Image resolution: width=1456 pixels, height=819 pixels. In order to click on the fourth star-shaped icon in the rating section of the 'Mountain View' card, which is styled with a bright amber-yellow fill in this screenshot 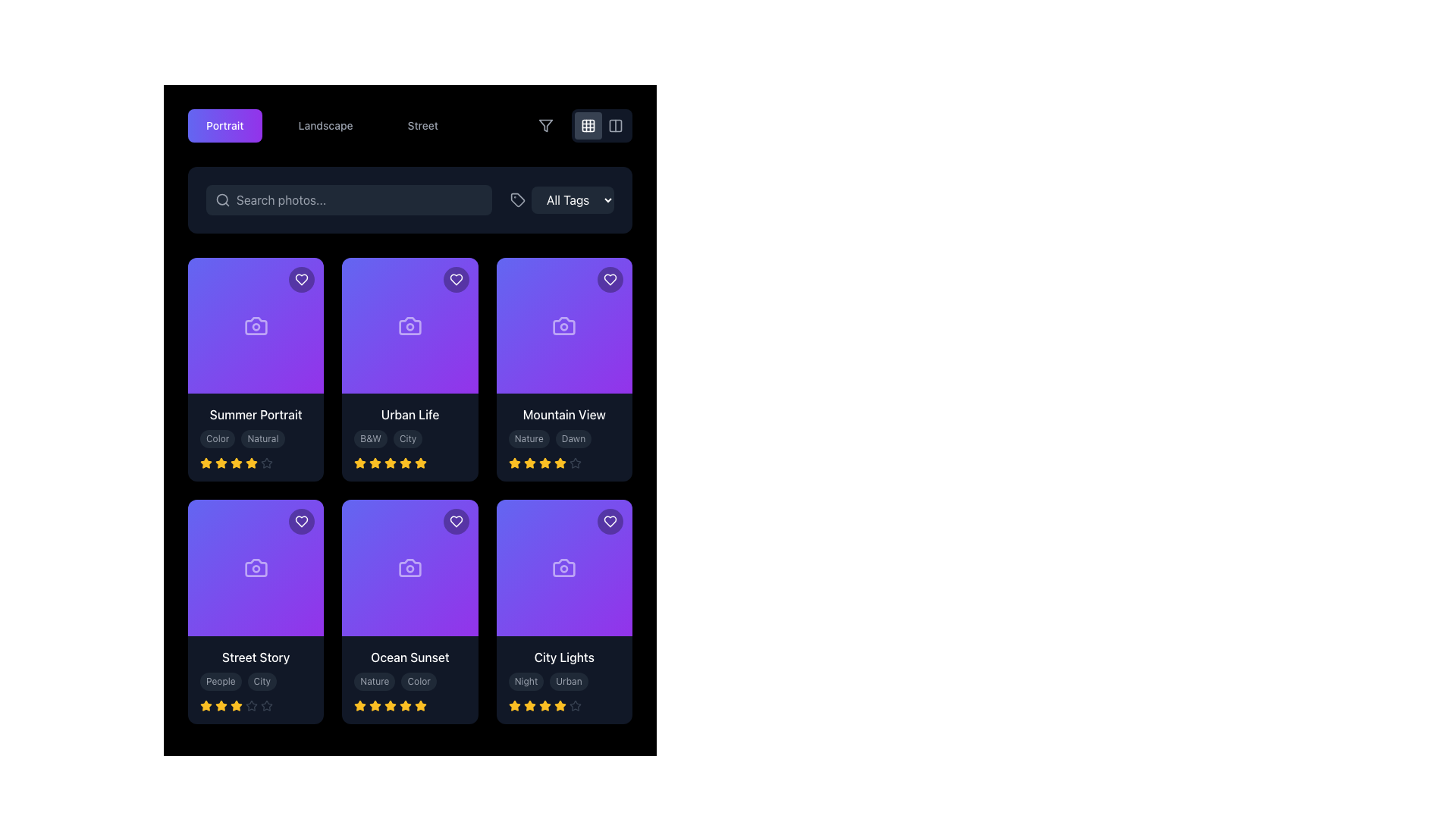, I will do `click(559, 463)`.